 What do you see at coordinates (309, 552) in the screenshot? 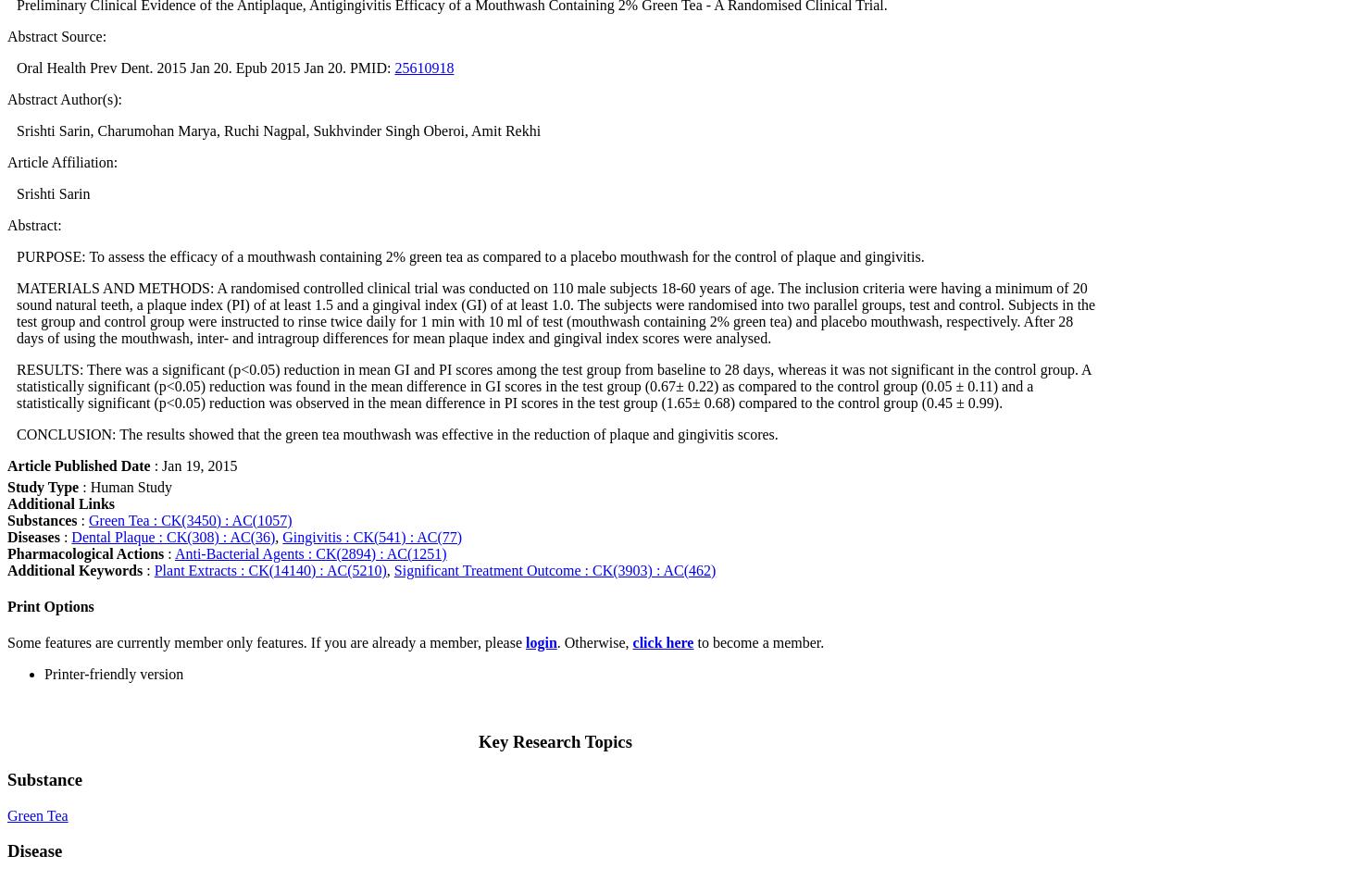
I see `'Anti-Bacterial Agents : CK(2894) : AC(1251)'` at bounding box center [309, 552].